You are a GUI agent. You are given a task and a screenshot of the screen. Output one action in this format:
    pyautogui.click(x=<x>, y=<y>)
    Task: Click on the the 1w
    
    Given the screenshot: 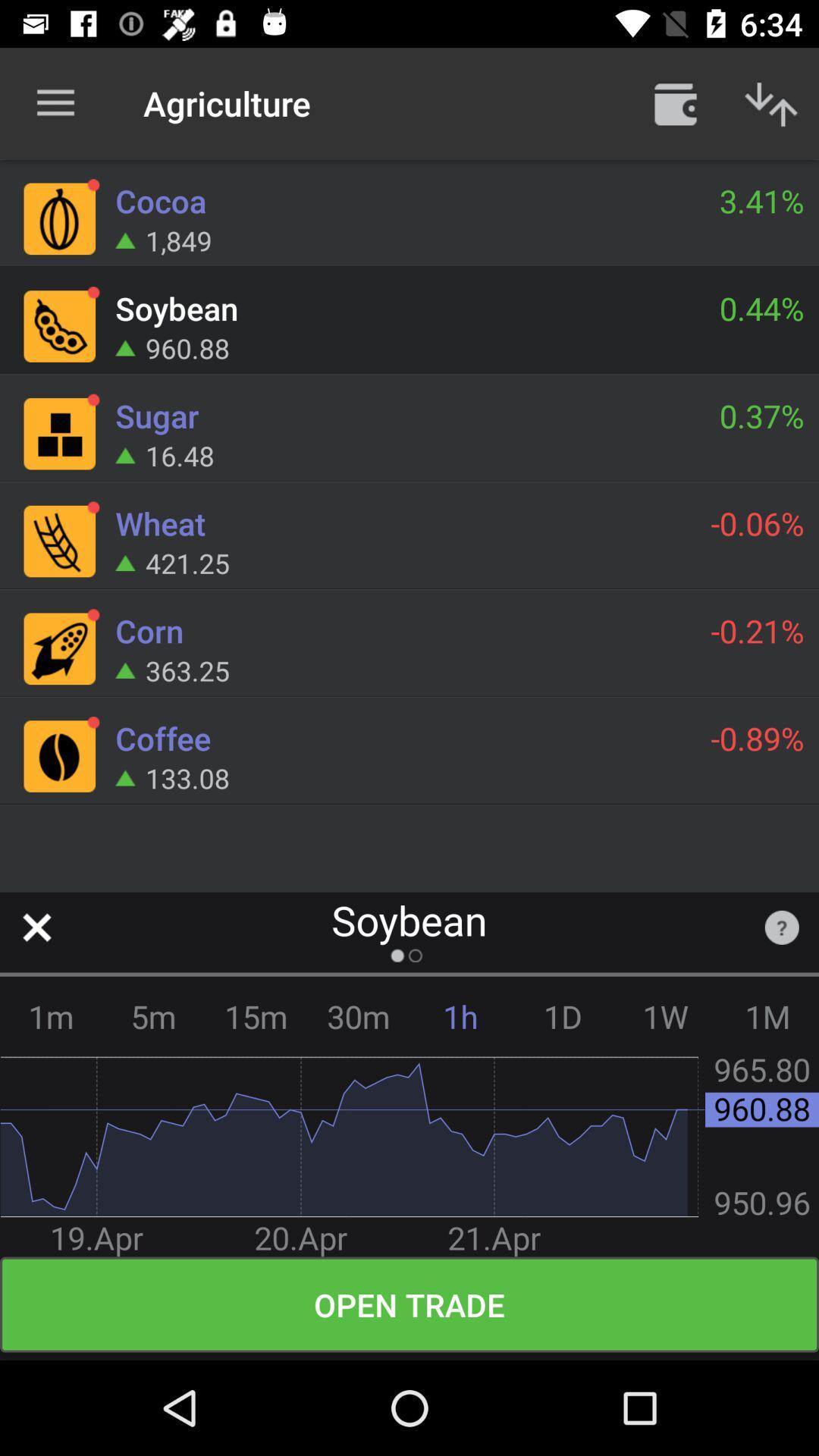 What is the action you would take?
    pyautogui.click(x=664, y=1016)
    